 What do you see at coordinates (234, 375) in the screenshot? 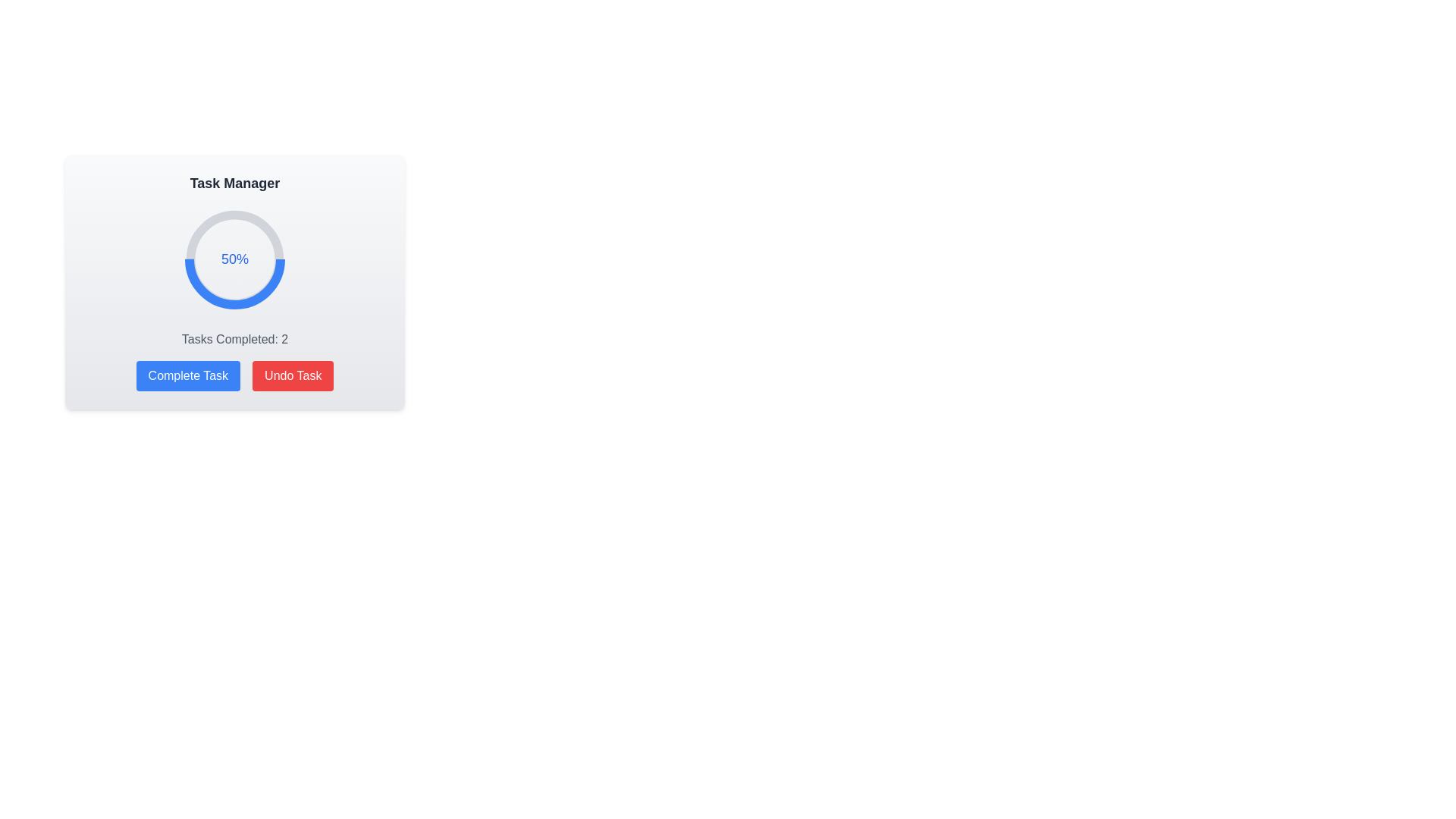
I see `the blue 'Complete Task' button and the red 'Undo Task' button to trigger their hover effects` at bounding box center [234, 375].